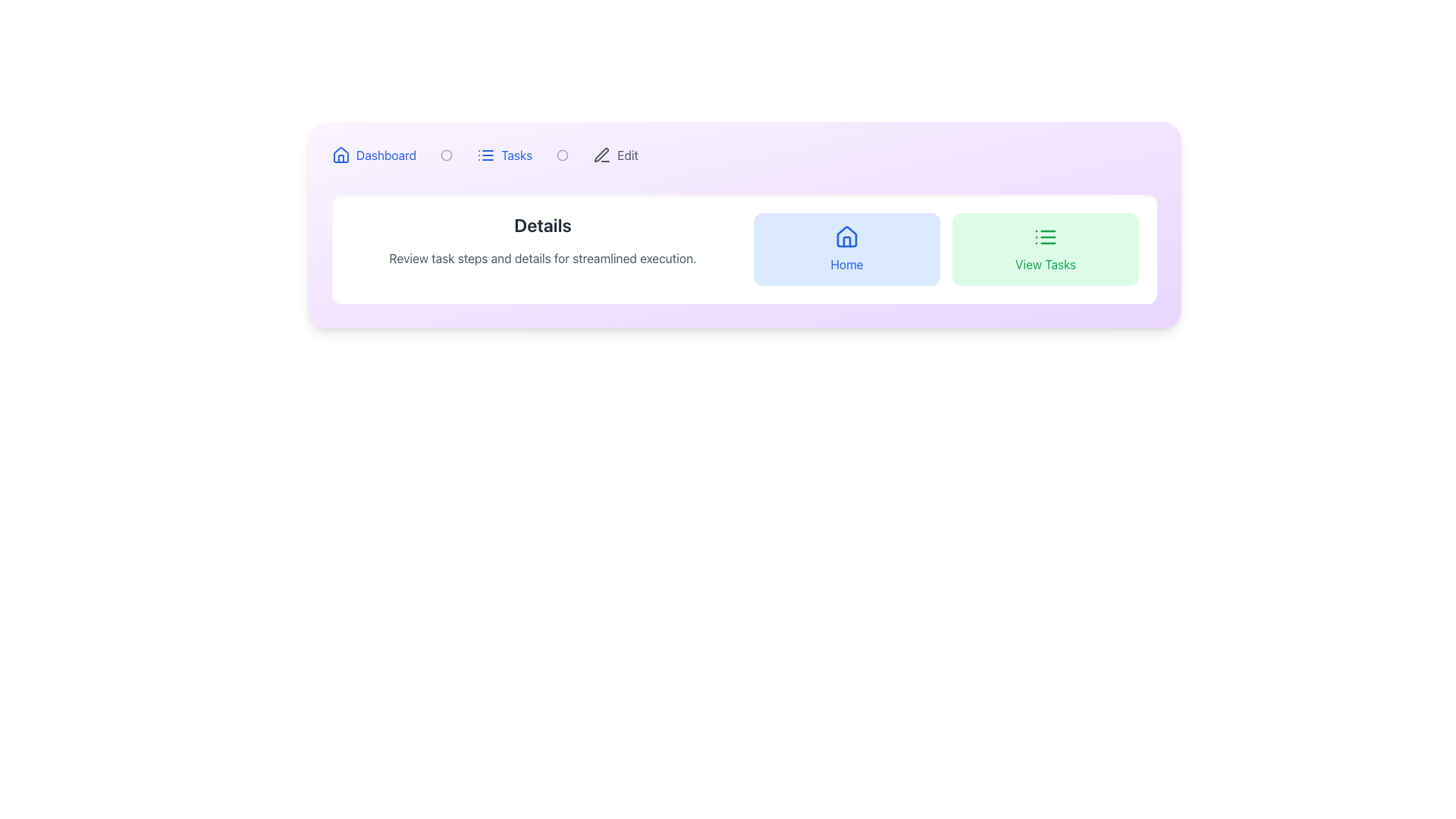 This screenshot has height=819, width=1456. Describe the element at coordinates (846, 237) in the screenshot. I see `the 'Home' icon, which is styled with a blue outline and located within a blue rectangle to the left of the 'View Tasks' green rectangle` at that location.